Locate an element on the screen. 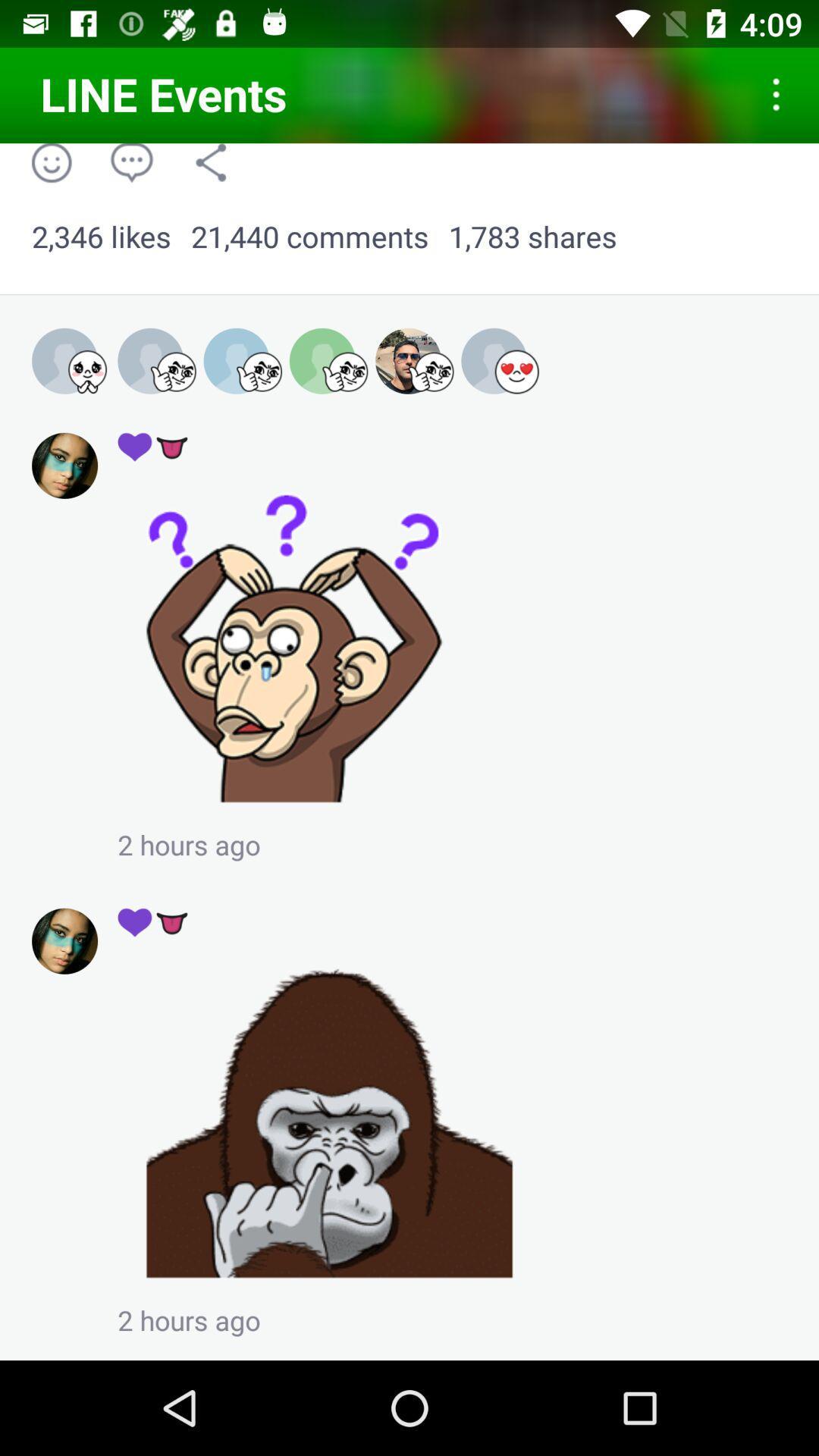  the 1,783 shares icon is located at coordinates (532, 237).